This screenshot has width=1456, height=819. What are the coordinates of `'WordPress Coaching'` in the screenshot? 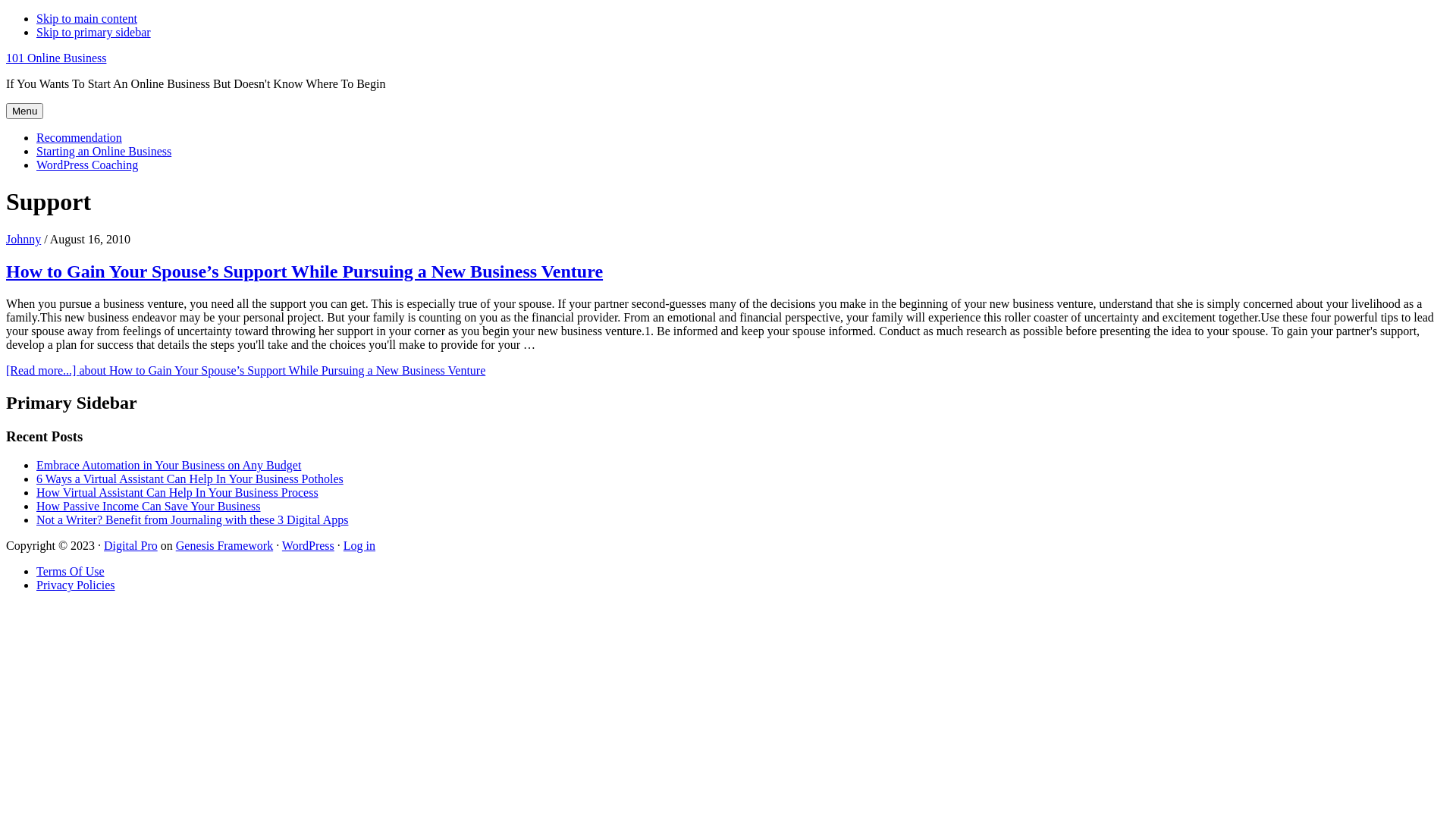 It's located at (86, 165).